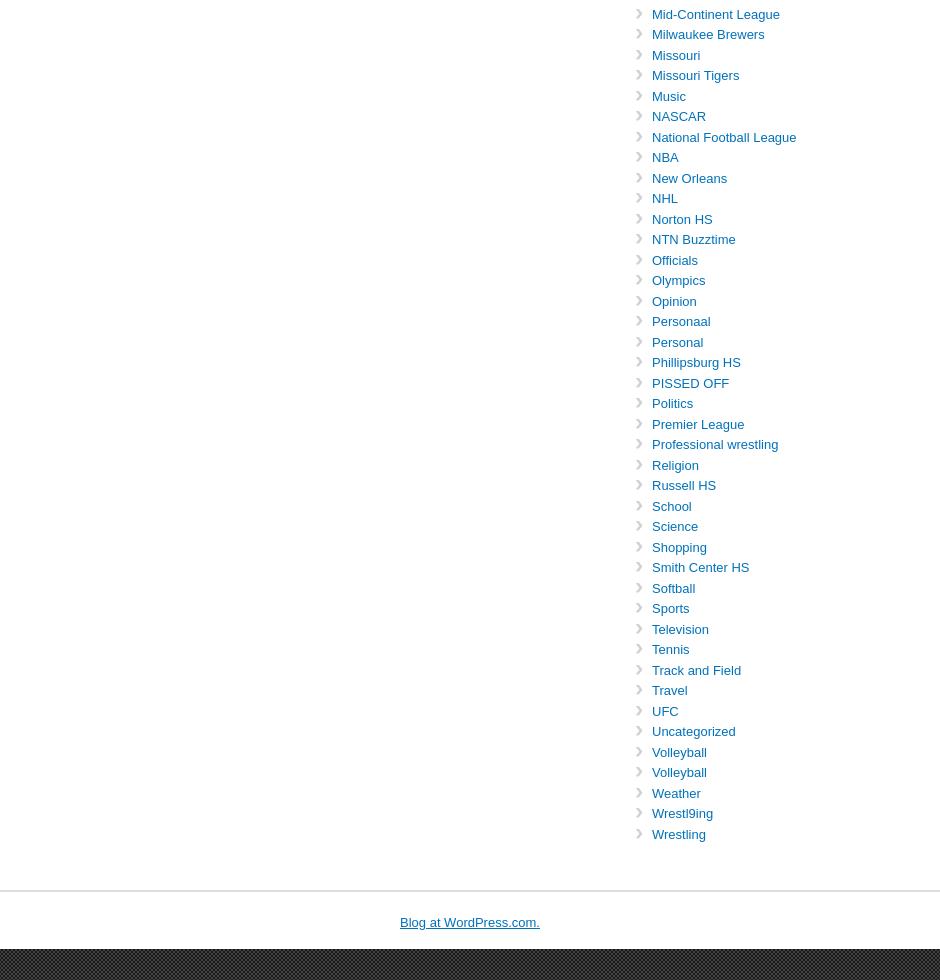 The image size is (940, 980). I want to click on 'Television', so click(679, 628).